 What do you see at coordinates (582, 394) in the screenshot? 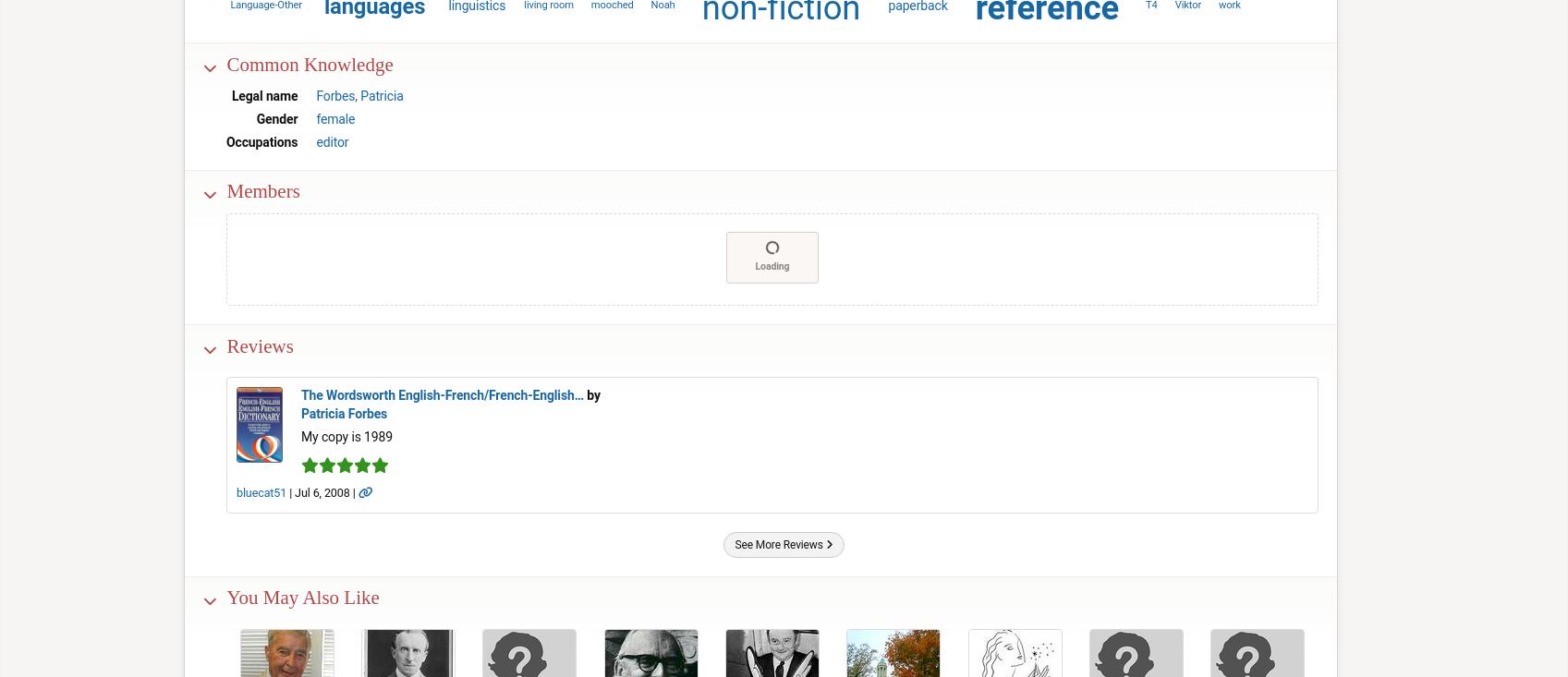
I see `'by'` at bounding box center [582, 394].